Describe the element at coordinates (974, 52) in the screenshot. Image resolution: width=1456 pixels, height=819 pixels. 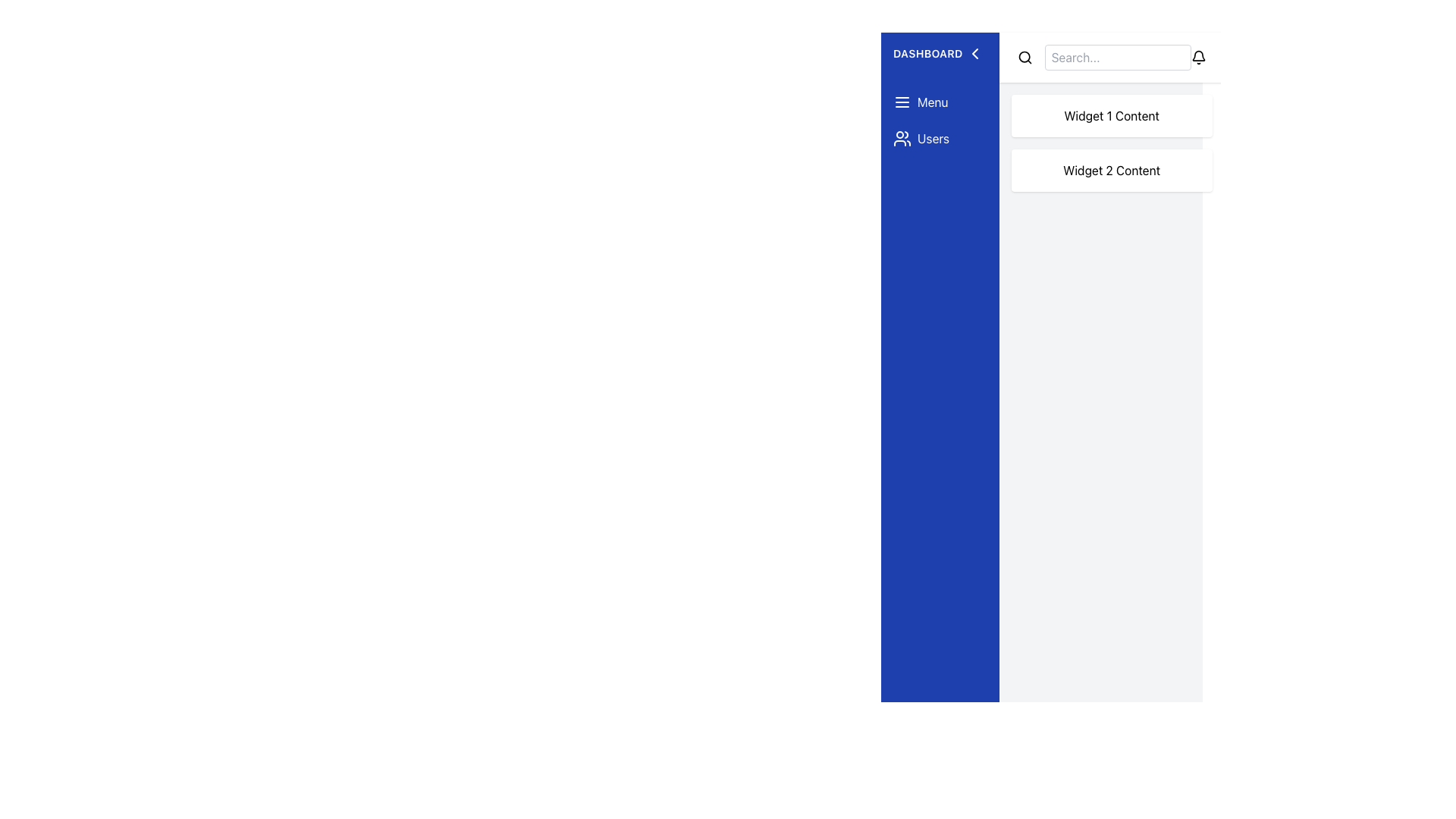
I see `the back or collapse button located in the top section of the left vertical blue navigation sidebar, next to the text 'Dashboard'` at that location.